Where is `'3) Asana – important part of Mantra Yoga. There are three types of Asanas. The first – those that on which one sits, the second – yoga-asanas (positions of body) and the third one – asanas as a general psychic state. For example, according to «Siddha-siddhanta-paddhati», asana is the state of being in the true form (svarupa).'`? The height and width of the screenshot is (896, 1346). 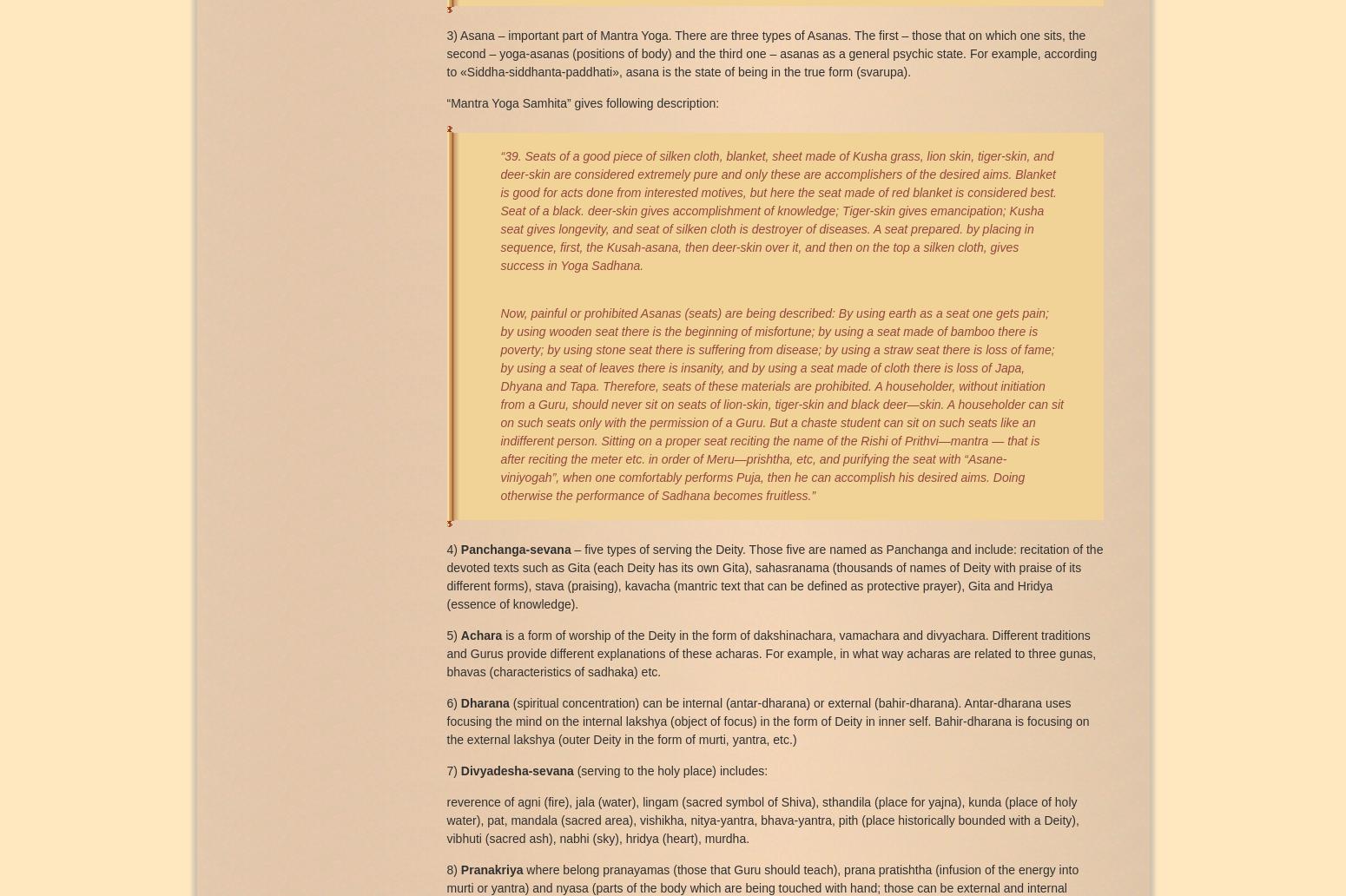
'3) Asana – important part of Mantra Yoga. There are three types of Asanas. The first – those that on which one sits, the second – yoga-asanas (positions of body) and the third one – asanas as a general psychic state. For example, according to «Siddha-siddhanta-paddhati», asana is the state of being in the true form (svarupa).' is located at coordinates (771, 52).